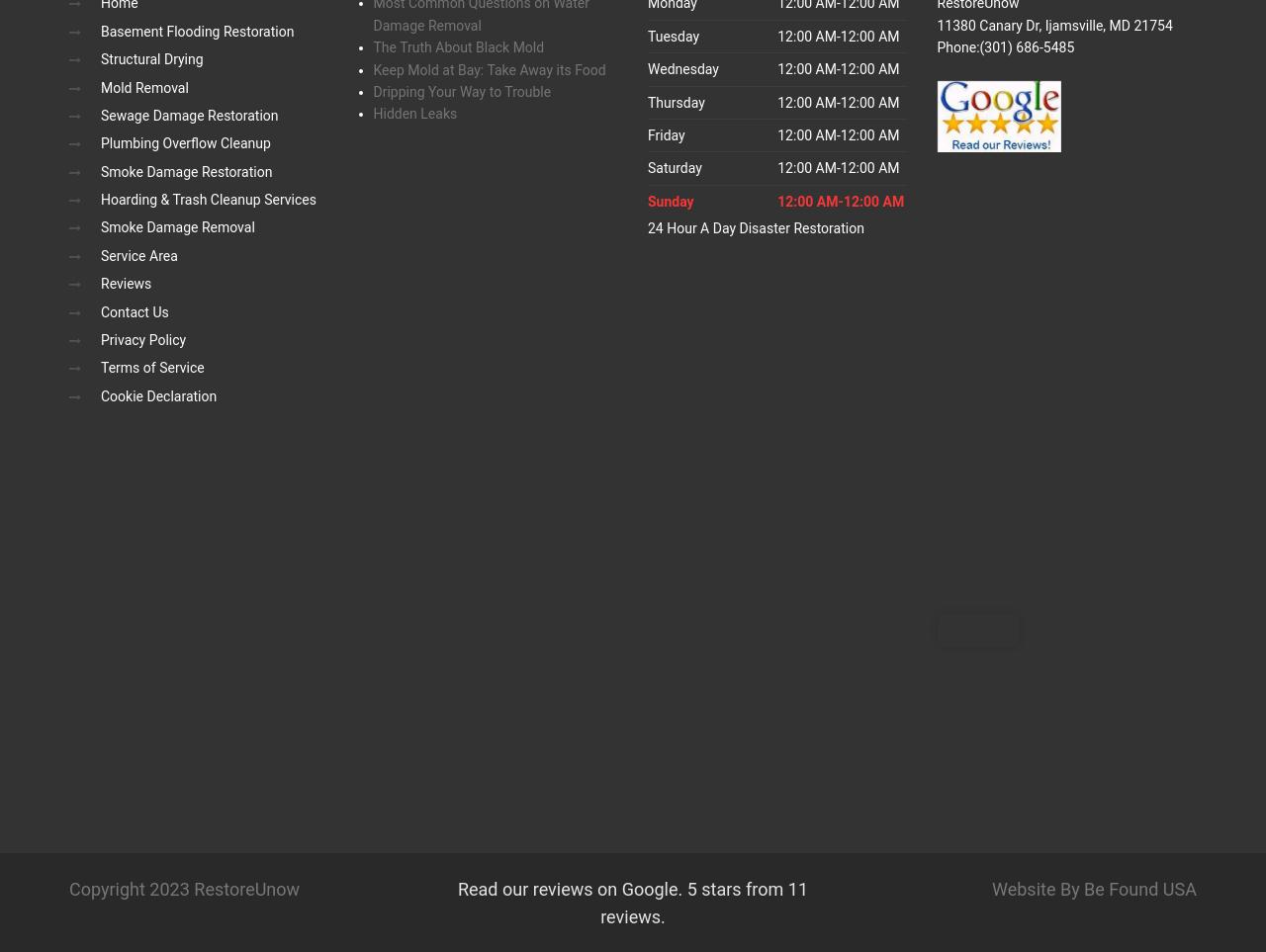 The width and height of the screenshot is (1266, 952). Describe the element at coordinates (197, 30) in the screenshot. I see `'Basement Flooding Restoration'` at that location.